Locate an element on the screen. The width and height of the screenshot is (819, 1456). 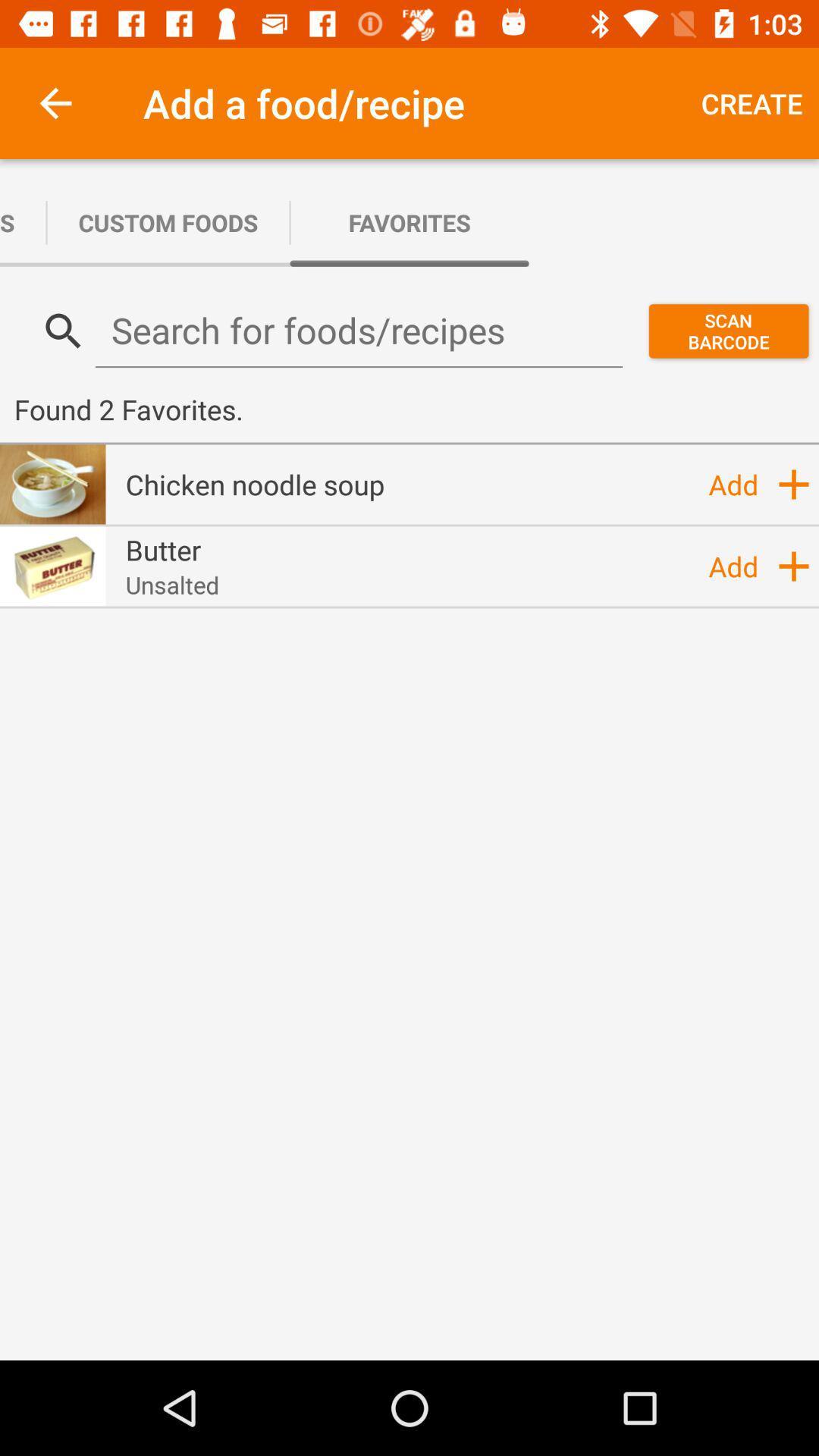
the butter icon is located at coordinates (163, 549).